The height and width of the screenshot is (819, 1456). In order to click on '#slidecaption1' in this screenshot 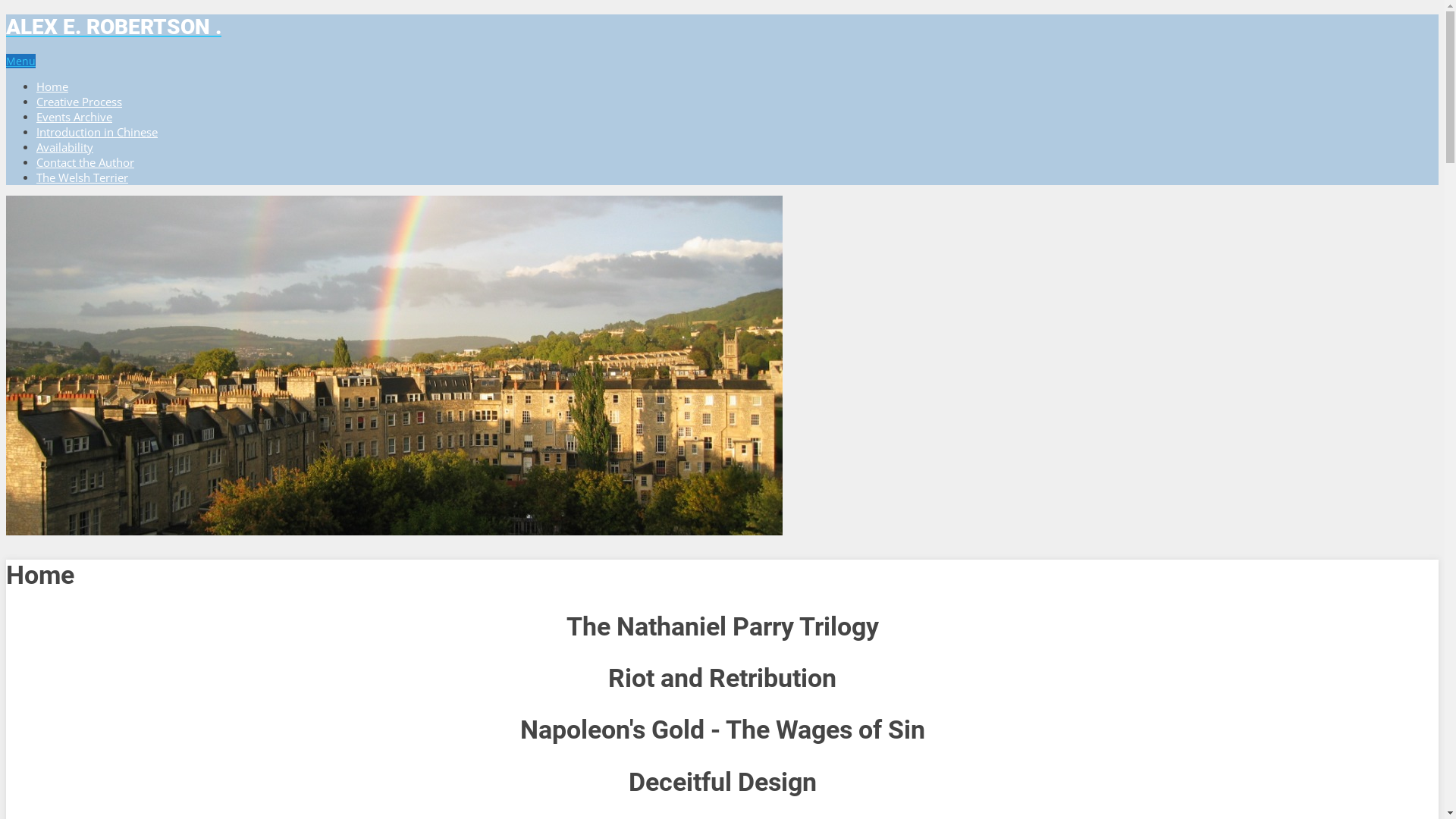, I will do `click(394, 366)`.